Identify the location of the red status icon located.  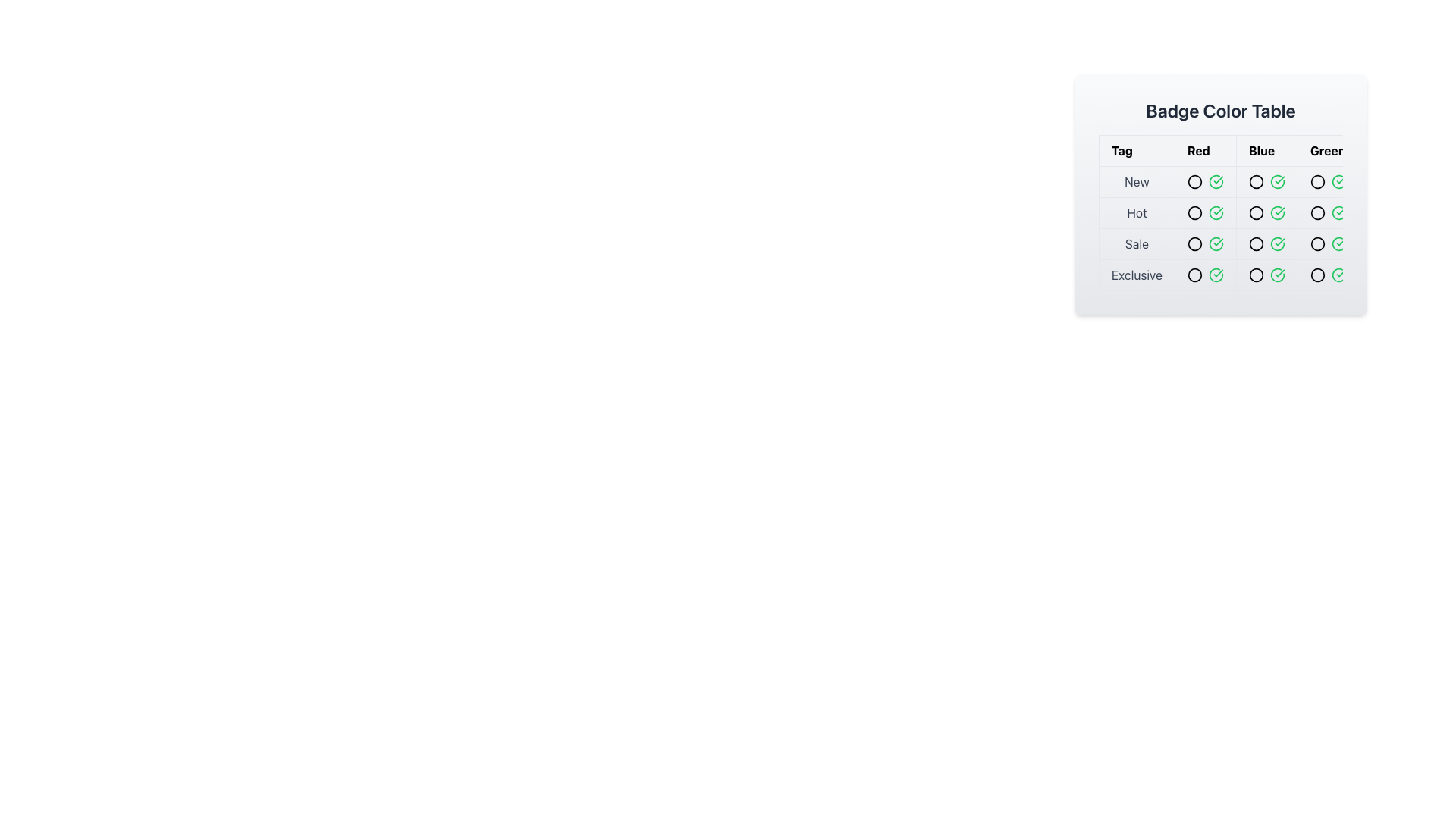
(1194, 243).